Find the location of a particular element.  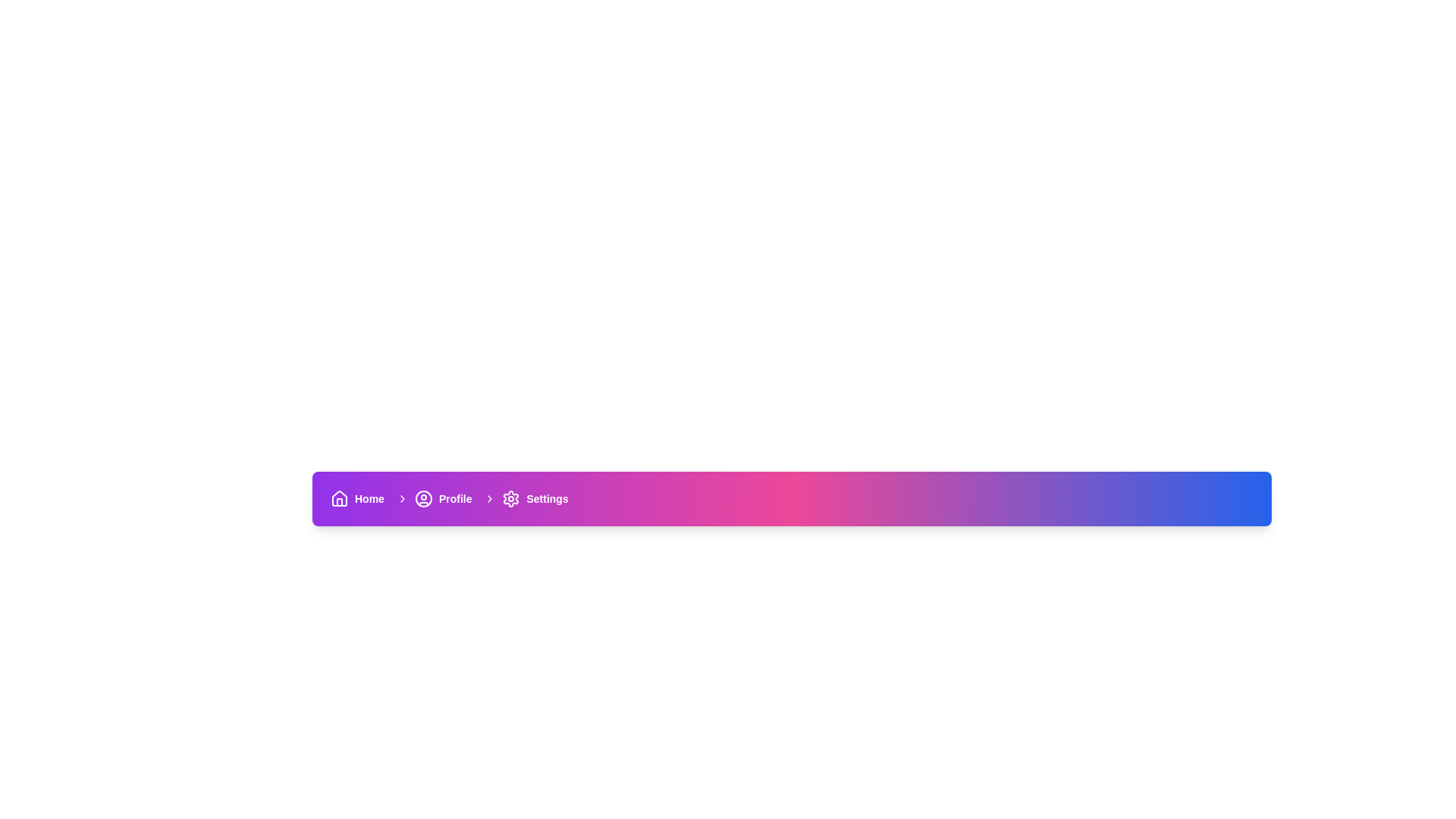

the text content of the 'Settings' label, which is styled in bold white font and located on the right side of the horizontal navigation bar, adjacent to a gear icon is located at coordinates (547, 499).